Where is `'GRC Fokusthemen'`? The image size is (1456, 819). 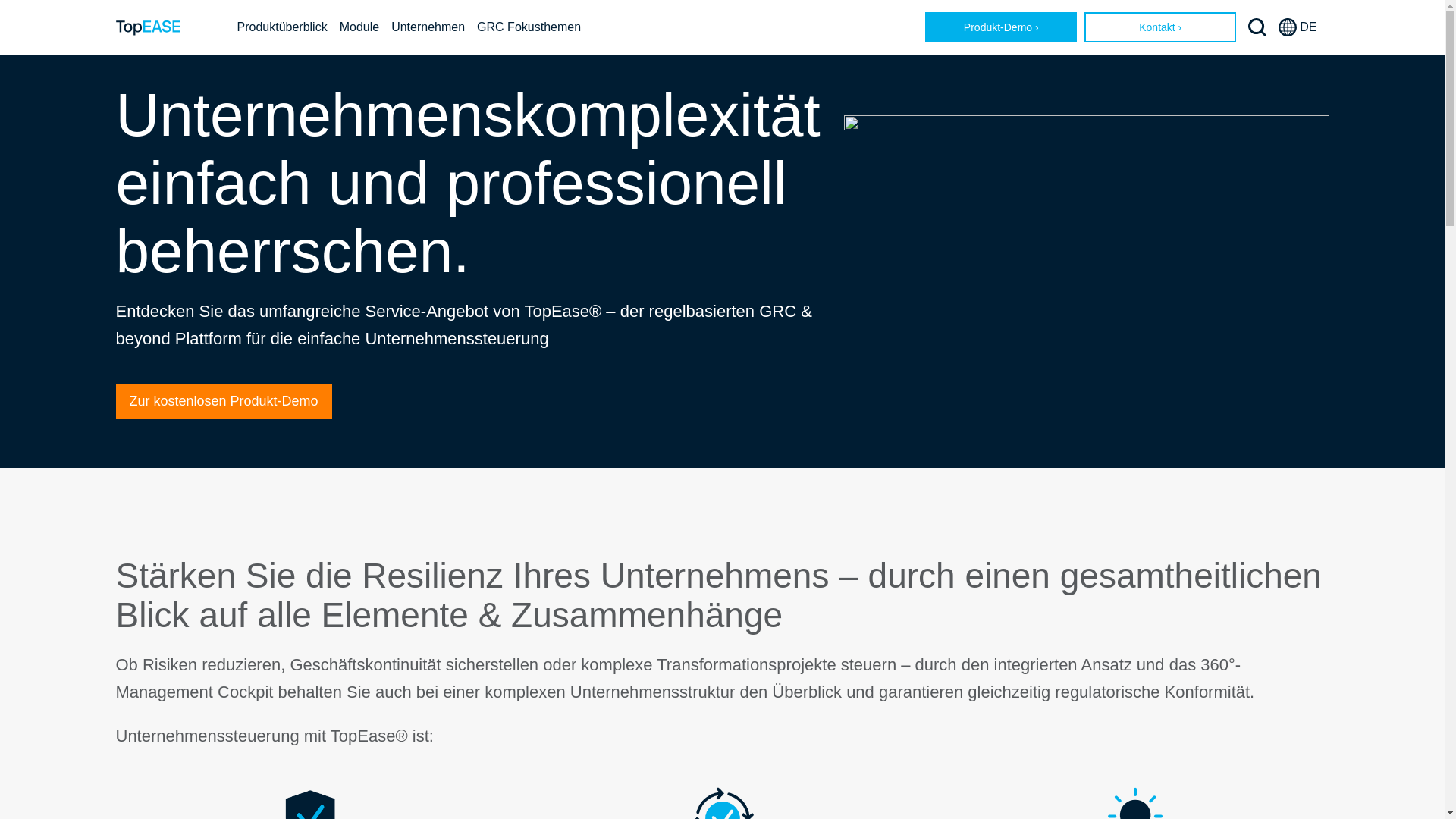
'GRC Fokusthemen' is located at coordinates (529, 27).